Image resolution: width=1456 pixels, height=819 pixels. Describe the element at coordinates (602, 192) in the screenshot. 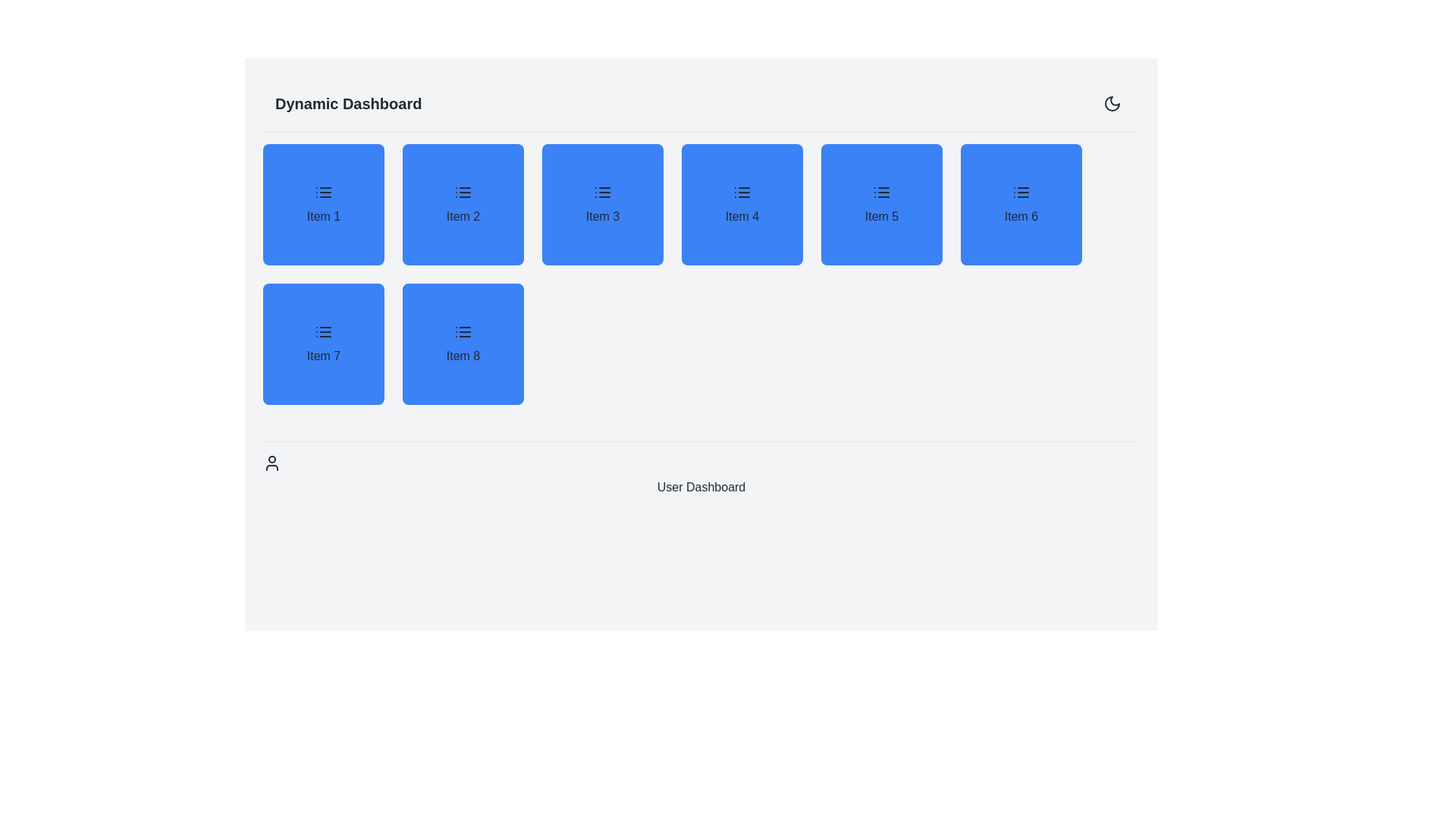

I see `the icon depicting three horizontal lines stacked vertically, located atop the blue card labeled 'Item 3' in the first row, third column of the grid layout` at that location.